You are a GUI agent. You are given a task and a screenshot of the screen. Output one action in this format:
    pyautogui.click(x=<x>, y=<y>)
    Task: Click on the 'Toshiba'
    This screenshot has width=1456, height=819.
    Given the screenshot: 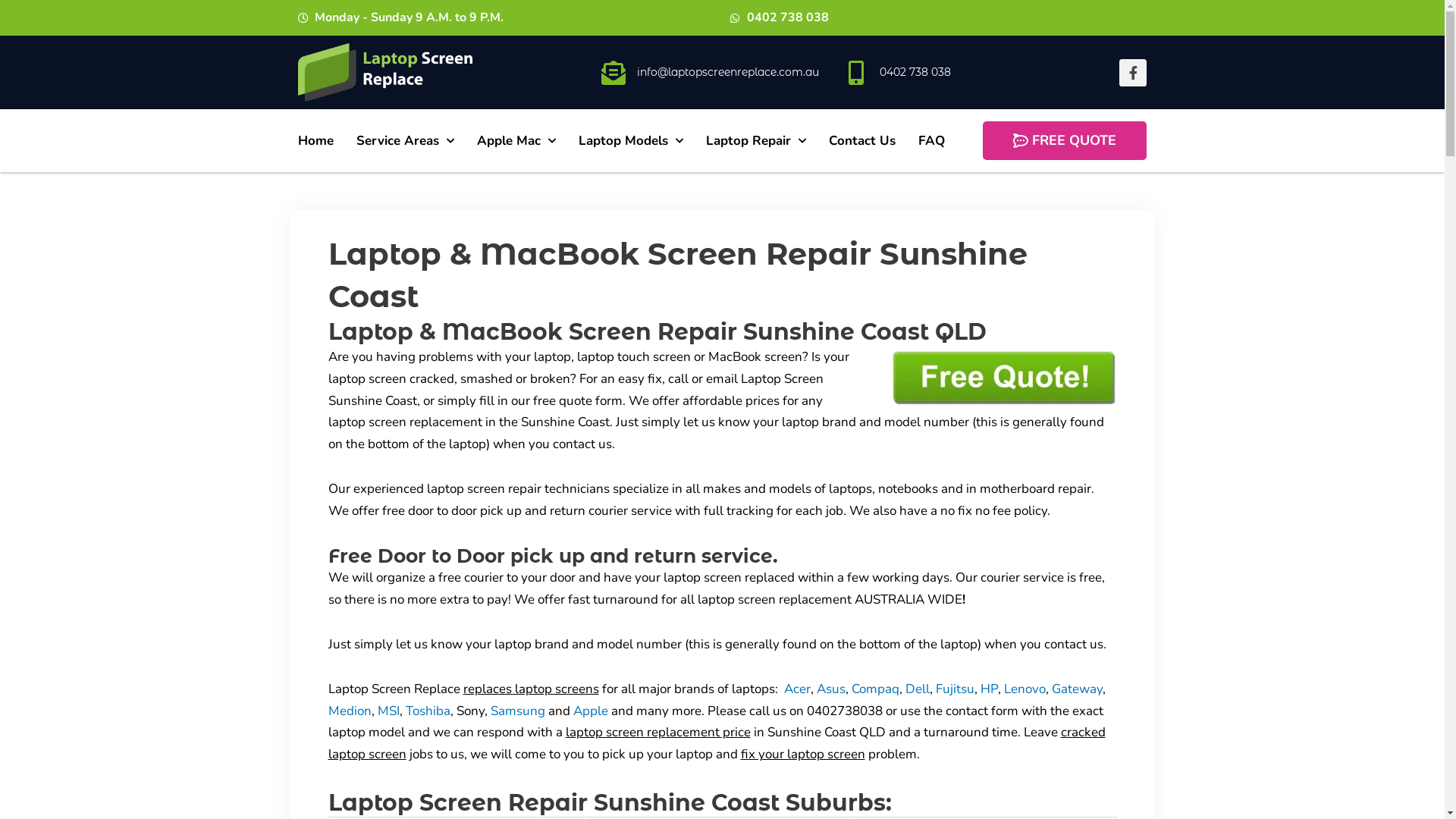 What is the action you would take?
    pyautogui.click(x=426, y=711)
    